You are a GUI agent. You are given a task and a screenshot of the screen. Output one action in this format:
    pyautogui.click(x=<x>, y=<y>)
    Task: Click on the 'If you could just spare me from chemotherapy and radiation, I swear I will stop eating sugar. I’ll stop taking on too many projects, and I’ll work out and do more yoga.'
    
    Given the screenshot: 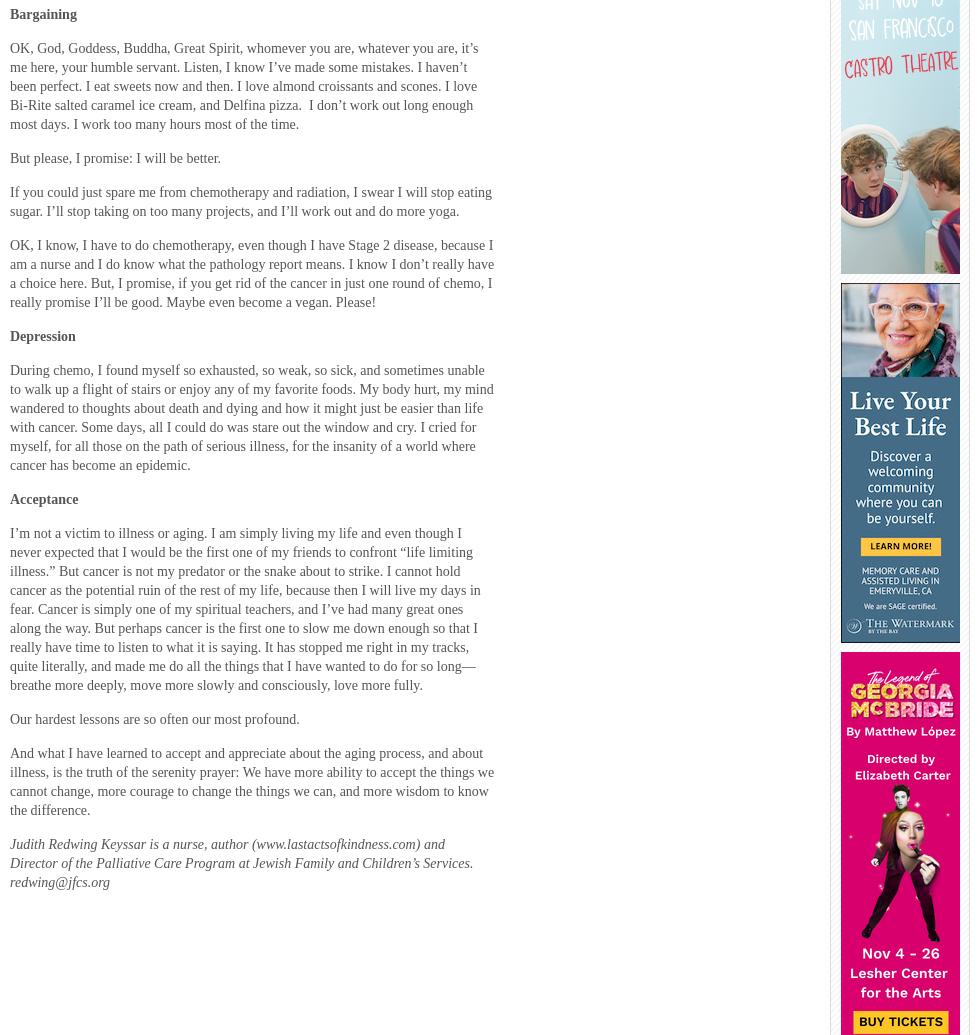 What is the action you would take?
    pyautogui.click(x=9, y=200)
    